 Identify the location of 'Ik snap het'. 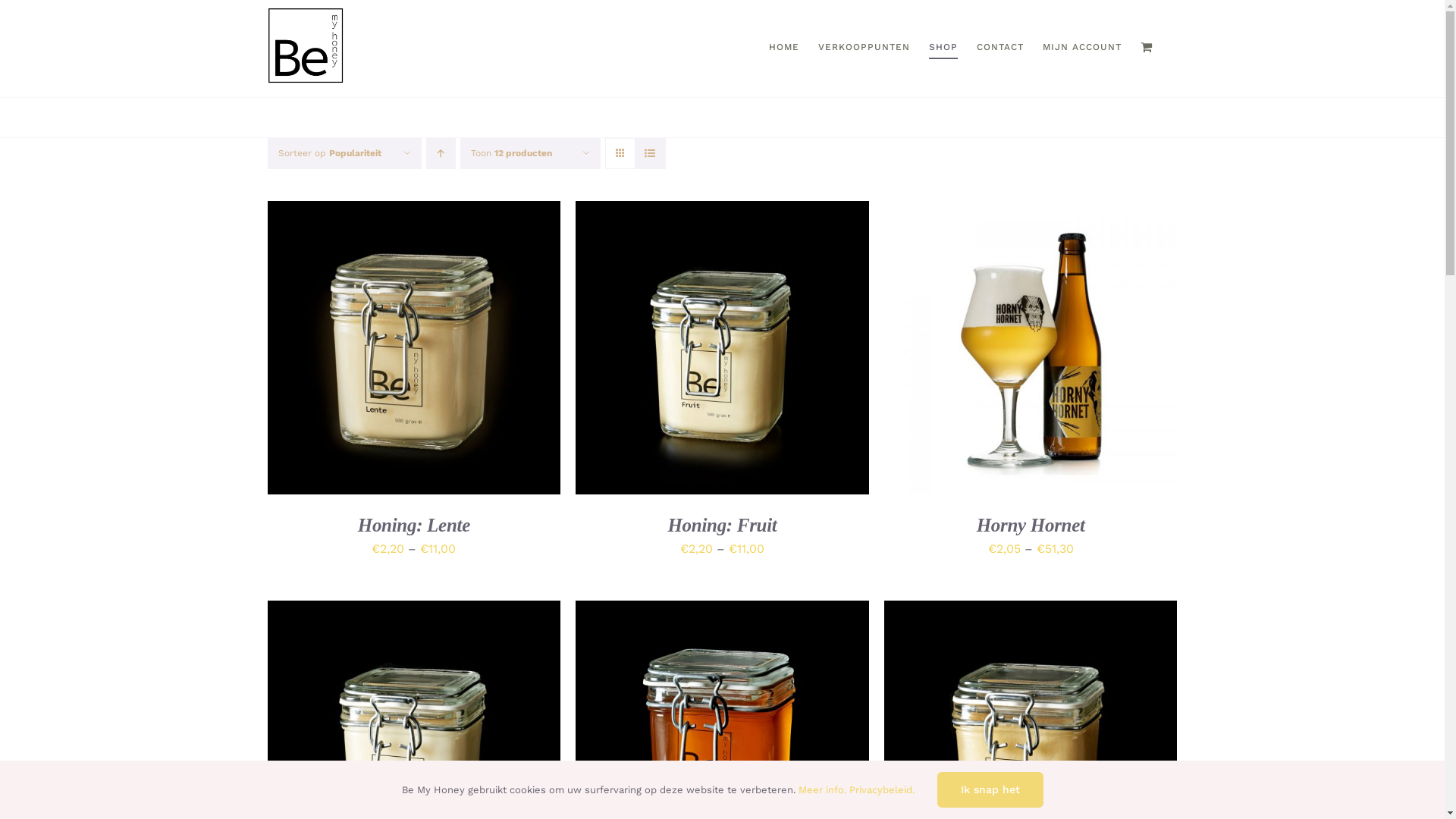
(990, 789).